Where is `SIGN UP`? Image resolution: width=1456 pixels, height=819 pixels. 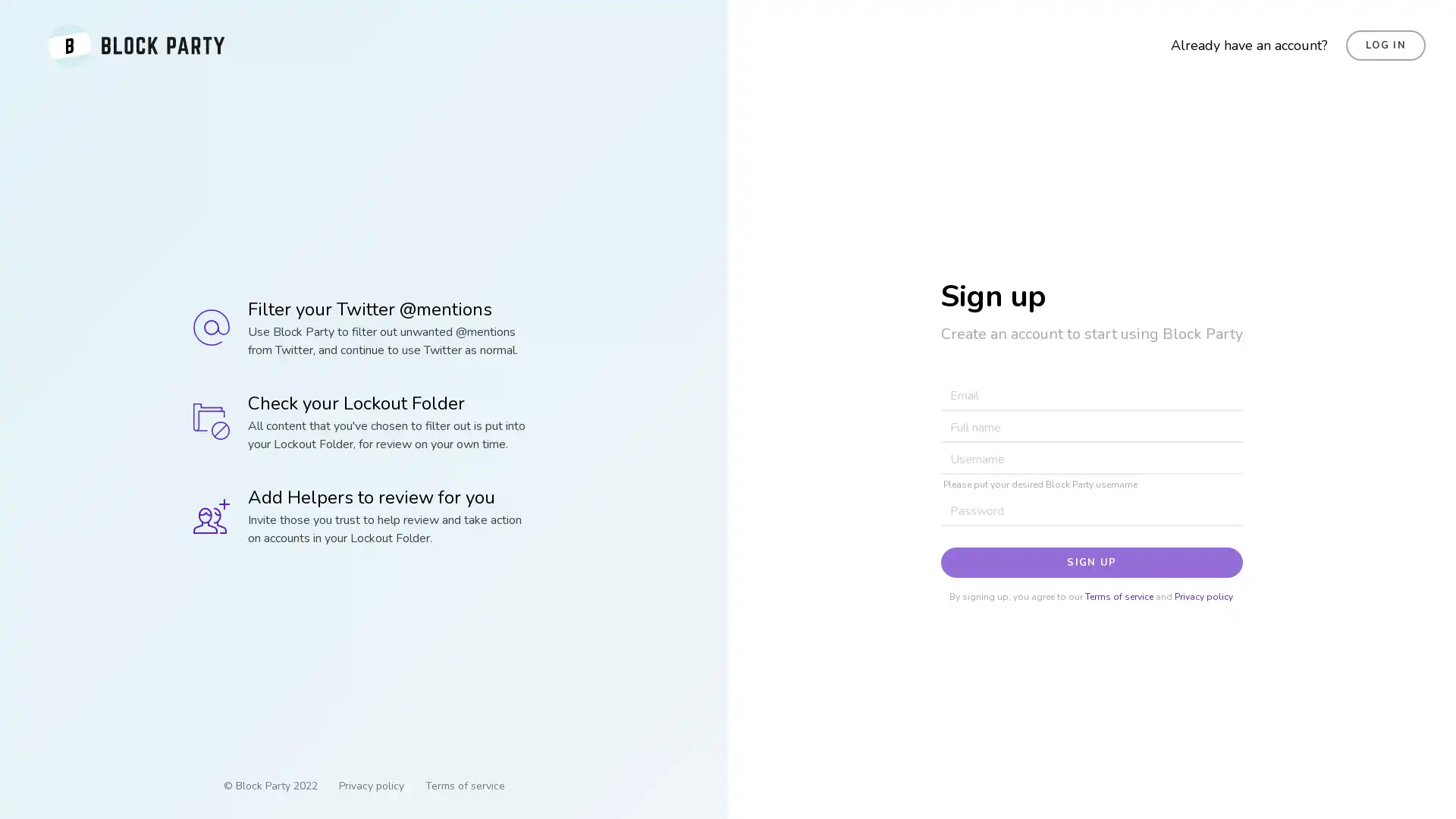
SIGN UP is located at coordinates (1092, 562).